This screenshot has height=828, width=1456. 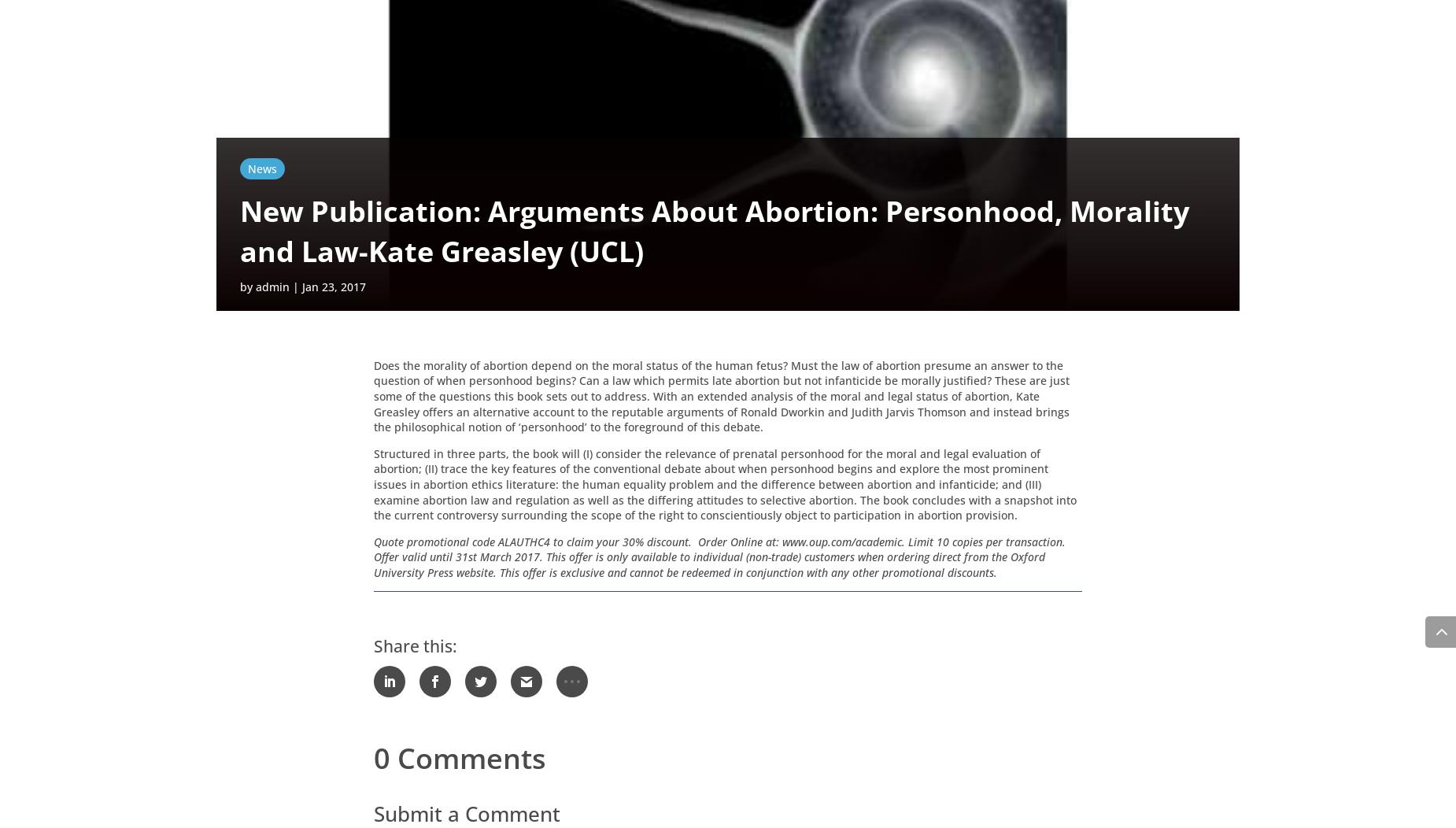 I want to click on 'Share this:', so click(x=374, y=649).